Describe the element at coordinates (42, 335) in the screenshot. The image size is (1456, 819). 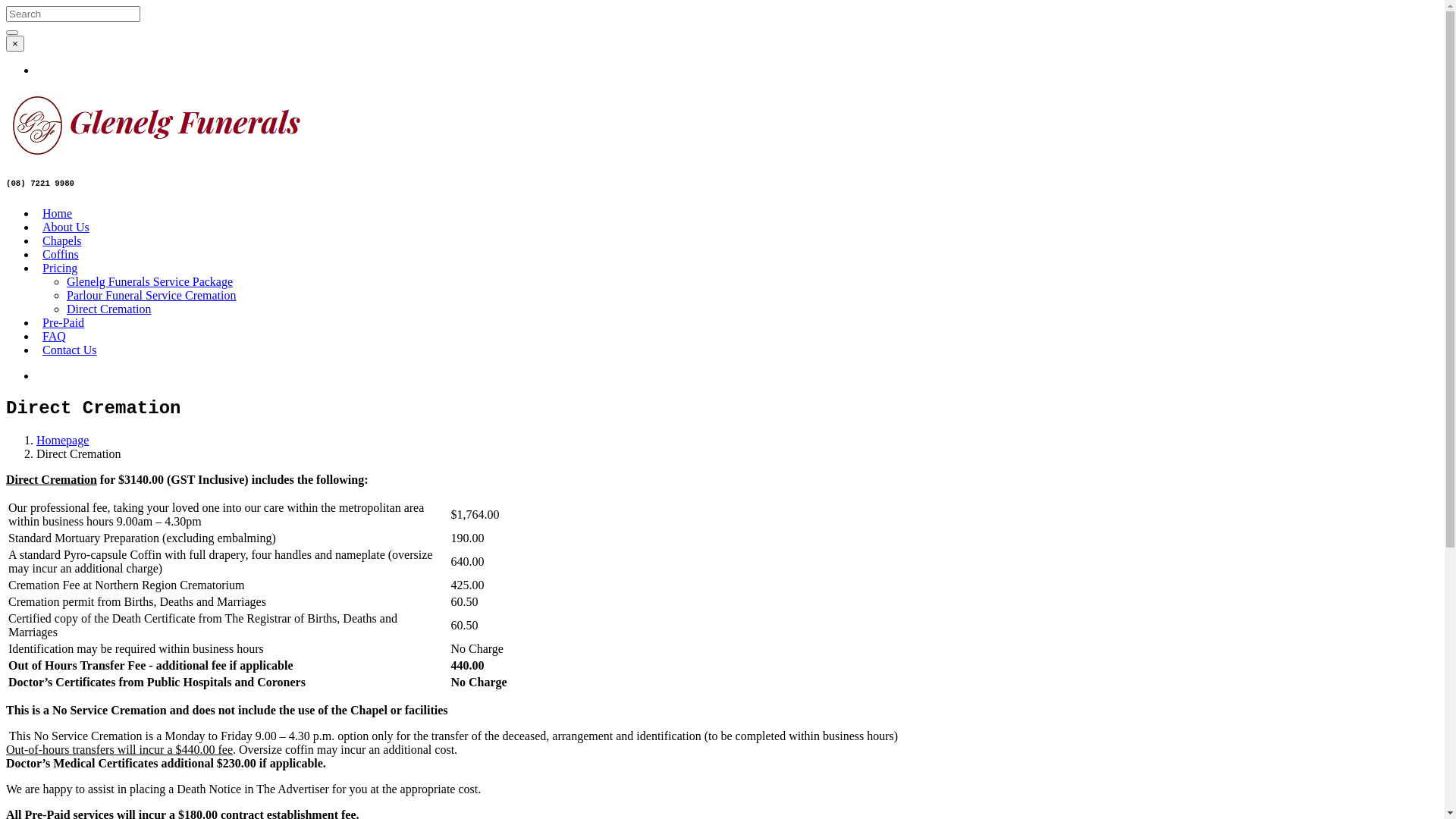
I see `'FAQ'` at that location.